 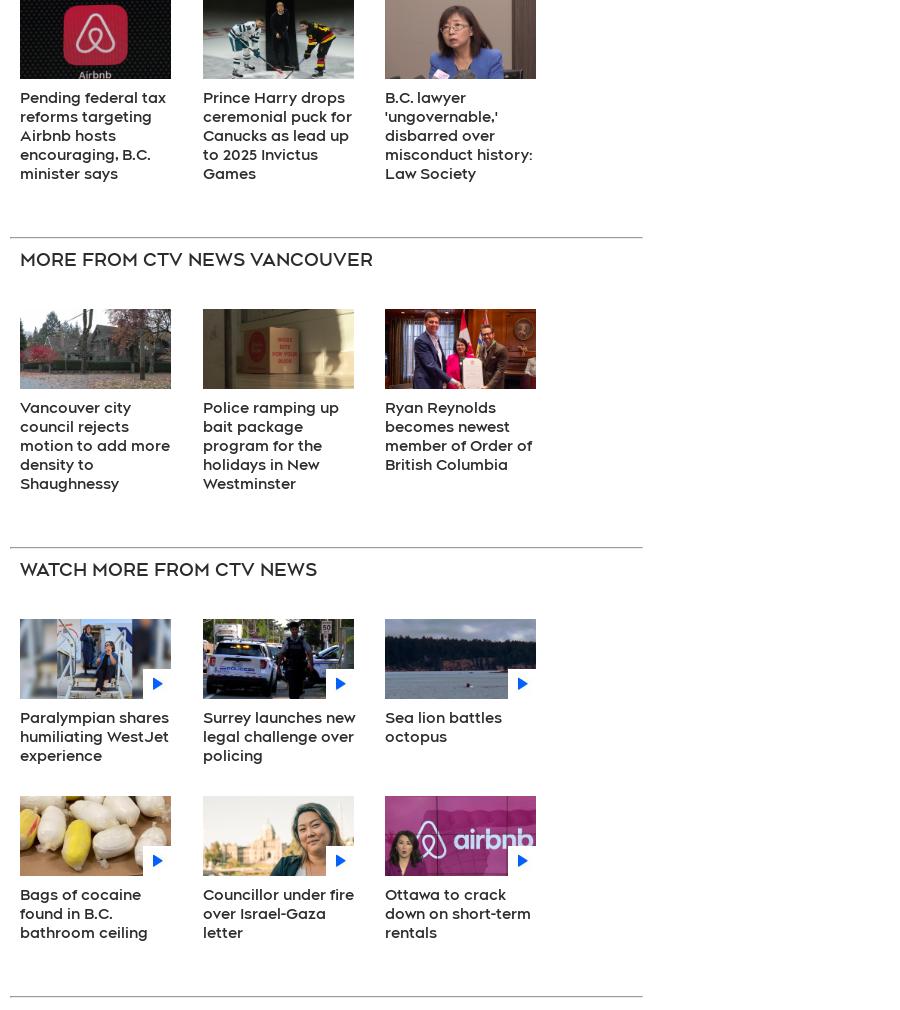 What do you see at coordinates (196, 258) in the screenshot?
I see `'More From CTV News Vancouver'` at bounding box center [196, 258].